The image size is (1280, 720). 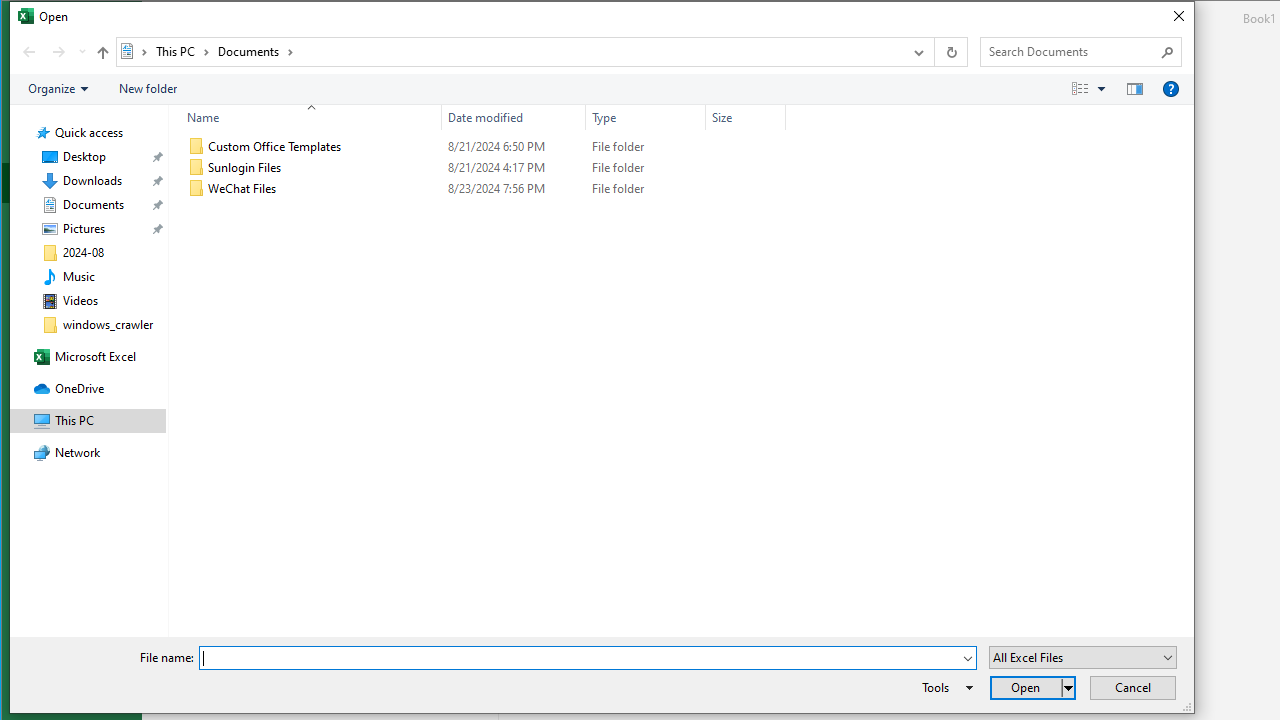 What do you see at coordinates (1171, 88) in the screenshot?
I see `'&Help'` at bounding box center [1171, 88].